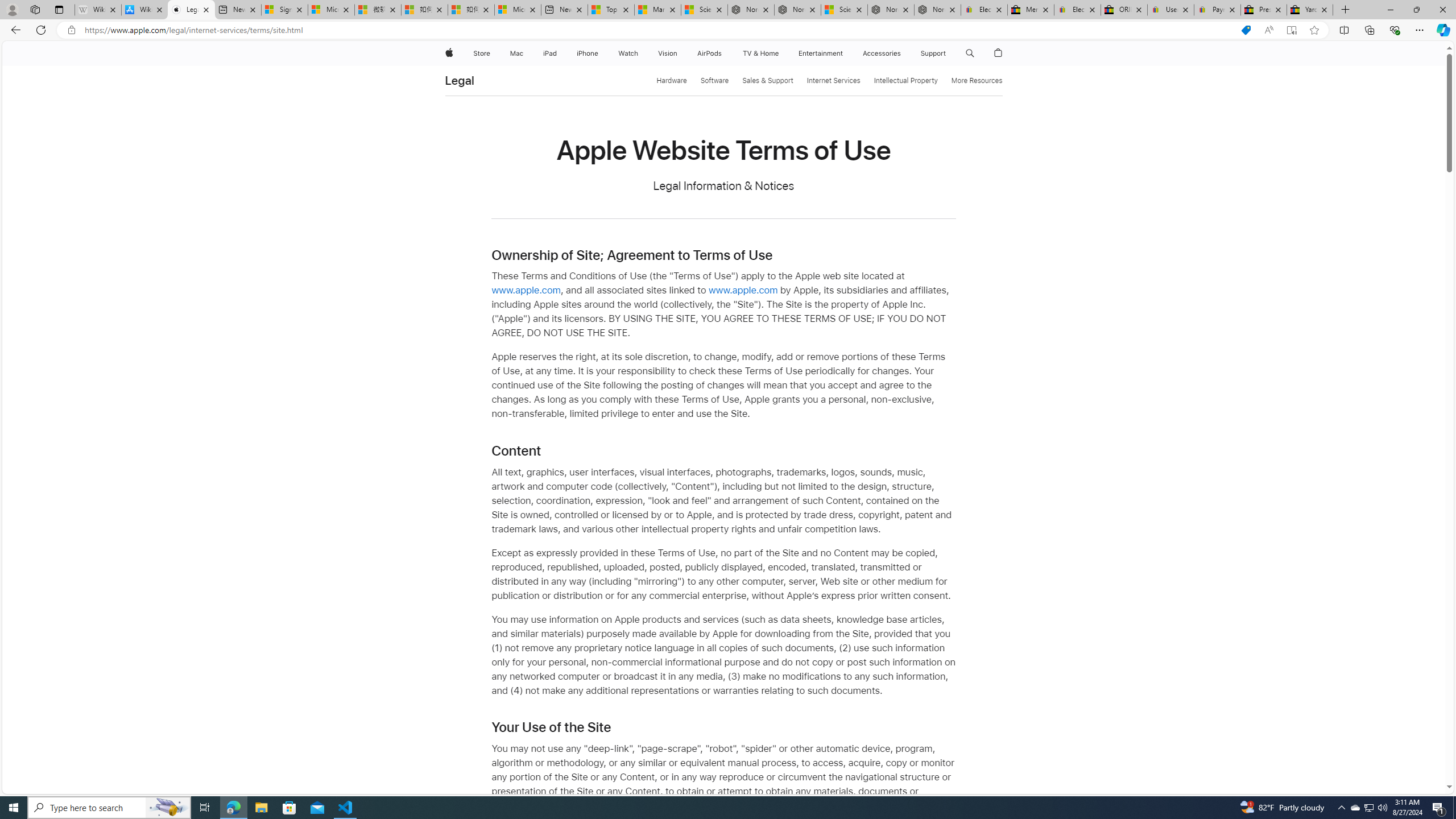 Image resolution: width=1456 pixels, height=819 pixels. I want to click on 'Mac menu', so click(524, 53).